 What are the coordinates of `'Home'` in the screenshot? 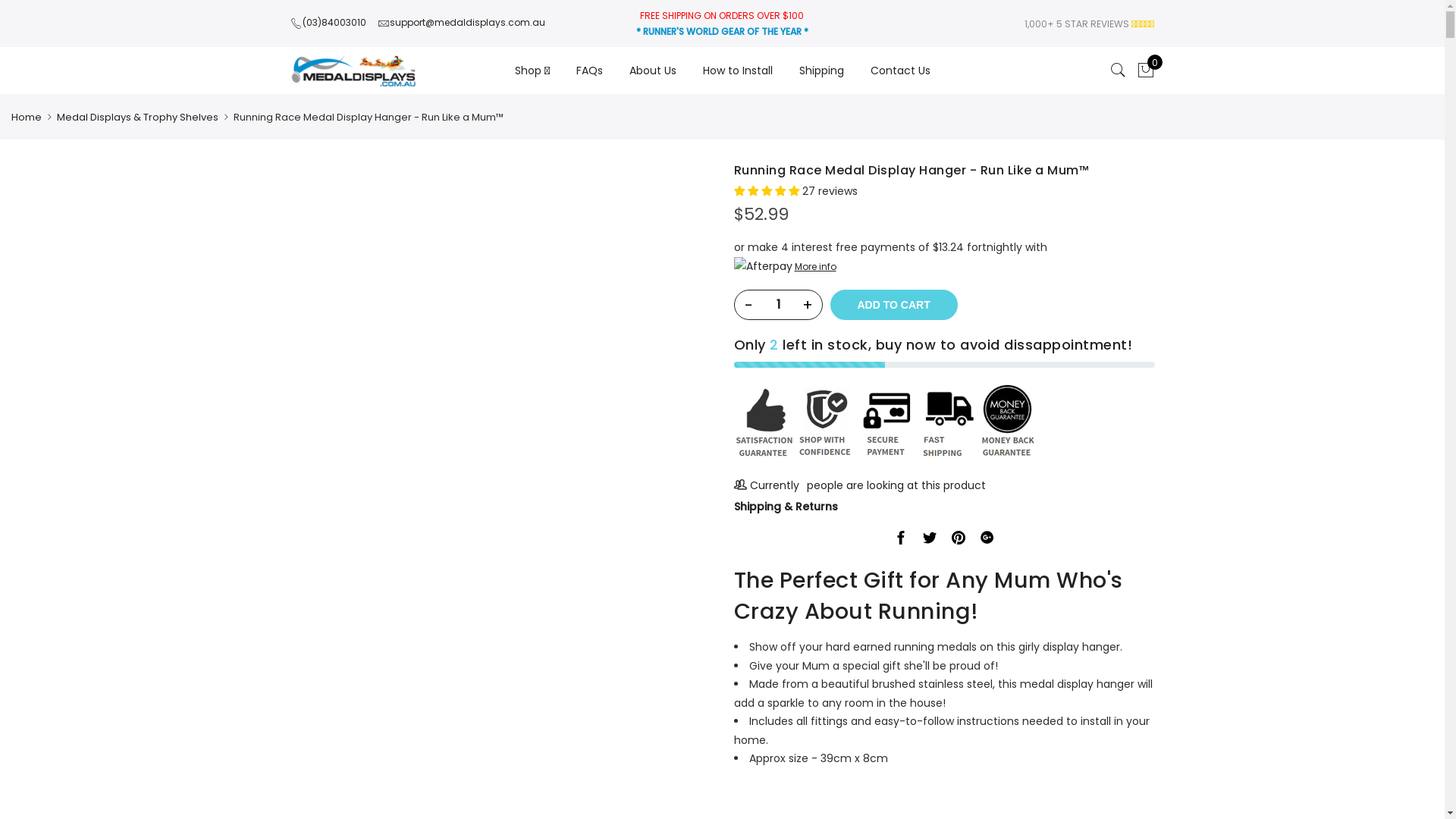 It's located at (11, 116).